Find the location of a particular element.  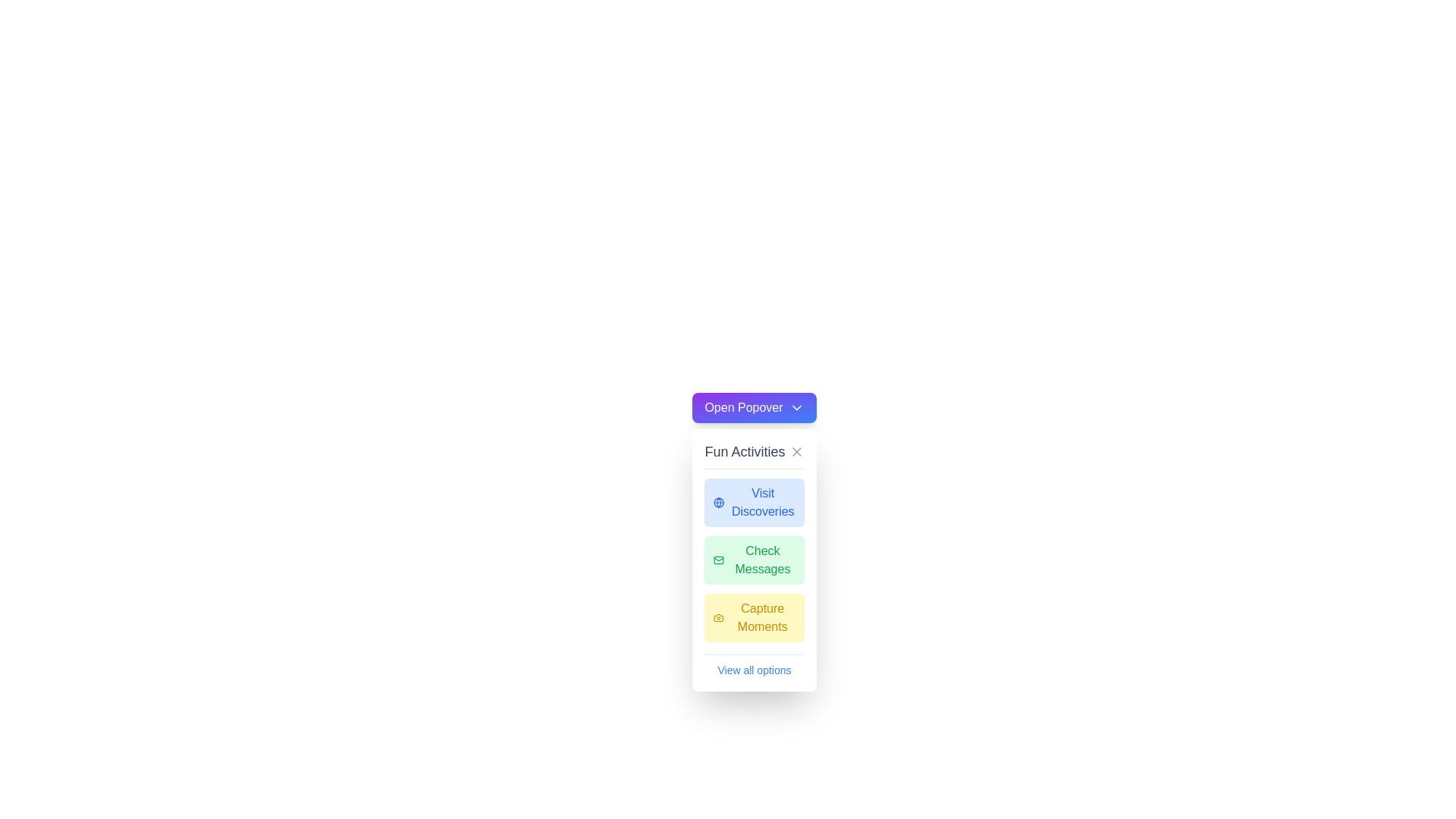

the 'Visit Discoveries' button, which contains a light blue globe icon with latitude and longitude markings, to indirectly interact with the icon is located at coordinates (718, 503).